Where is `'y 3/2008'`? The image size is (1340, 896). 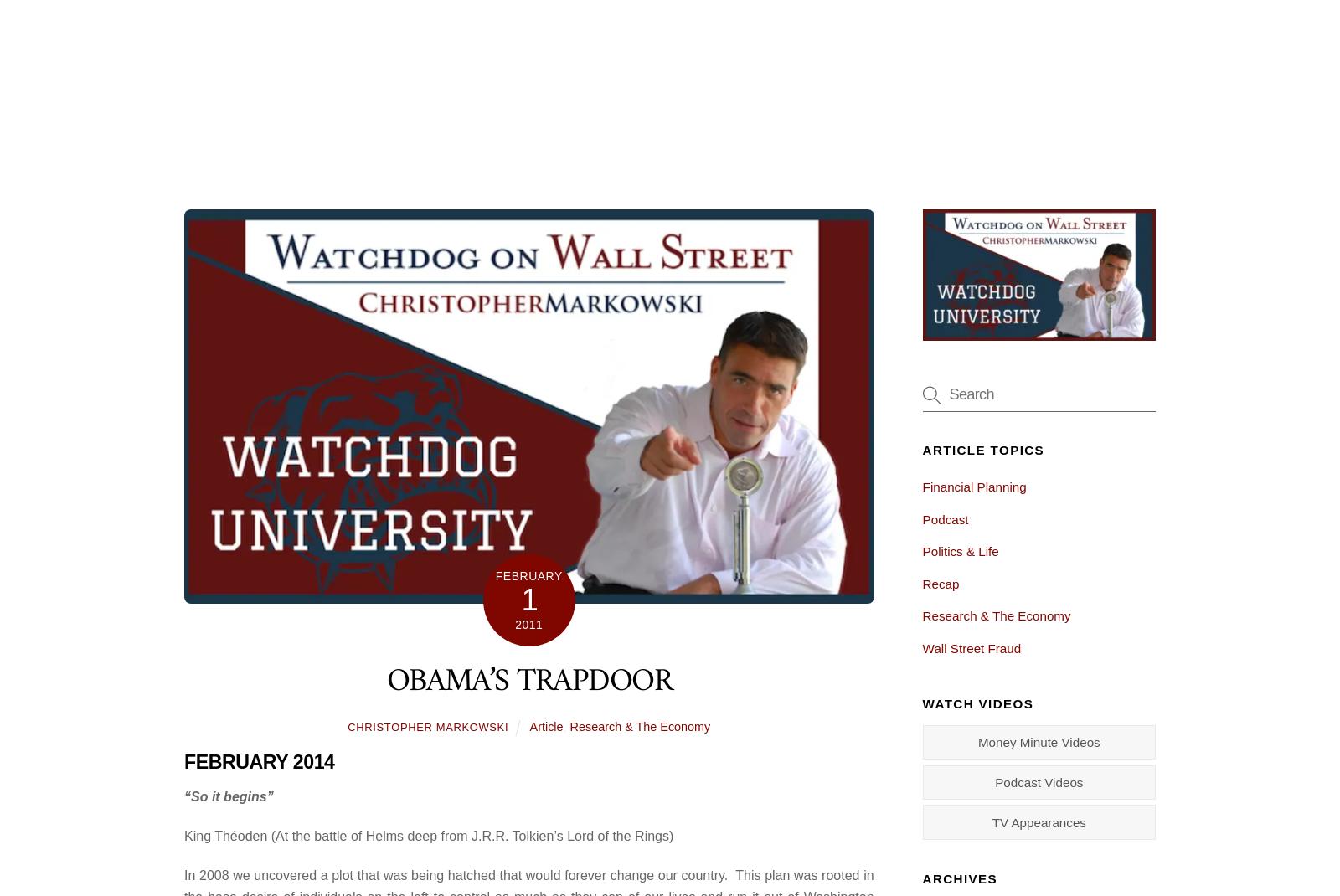 'y 3/2008' is located at coordinates (567, 770).